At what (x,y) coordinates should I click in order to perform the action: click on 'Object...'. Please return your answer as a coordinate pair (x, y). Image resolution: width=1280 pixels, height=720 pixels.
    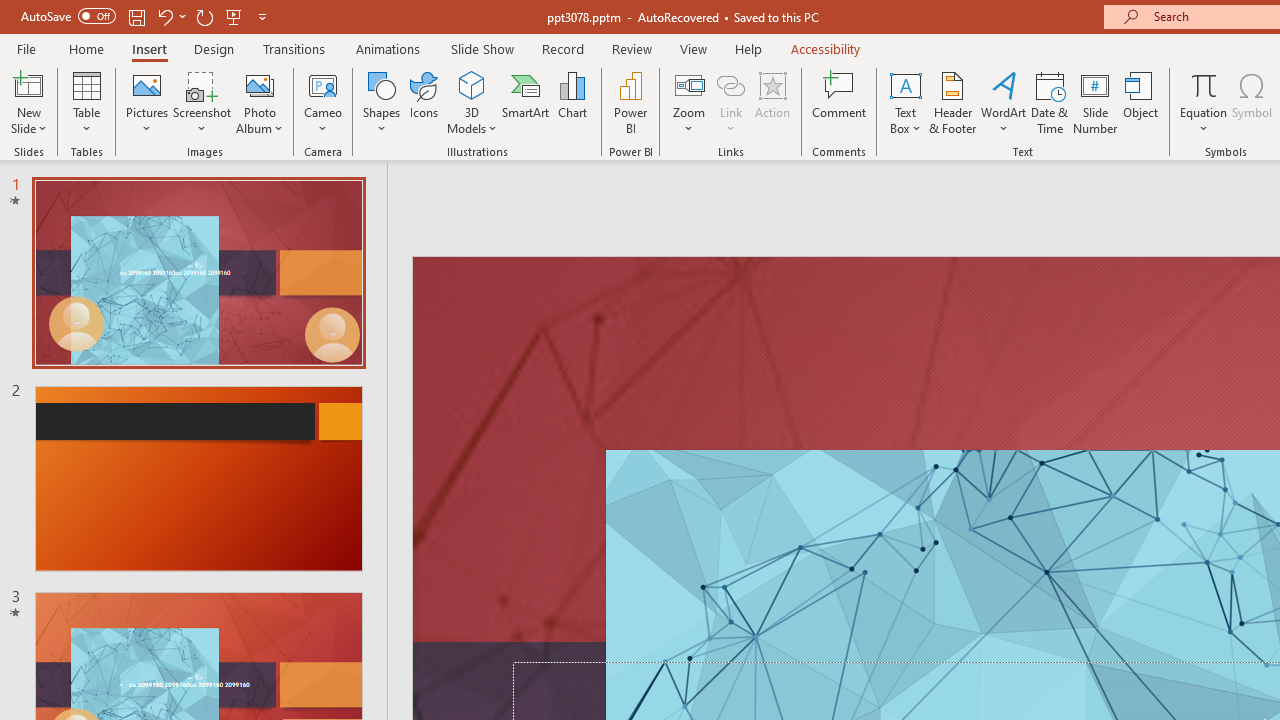
    Looking at the image, I should click on (1141, 103).